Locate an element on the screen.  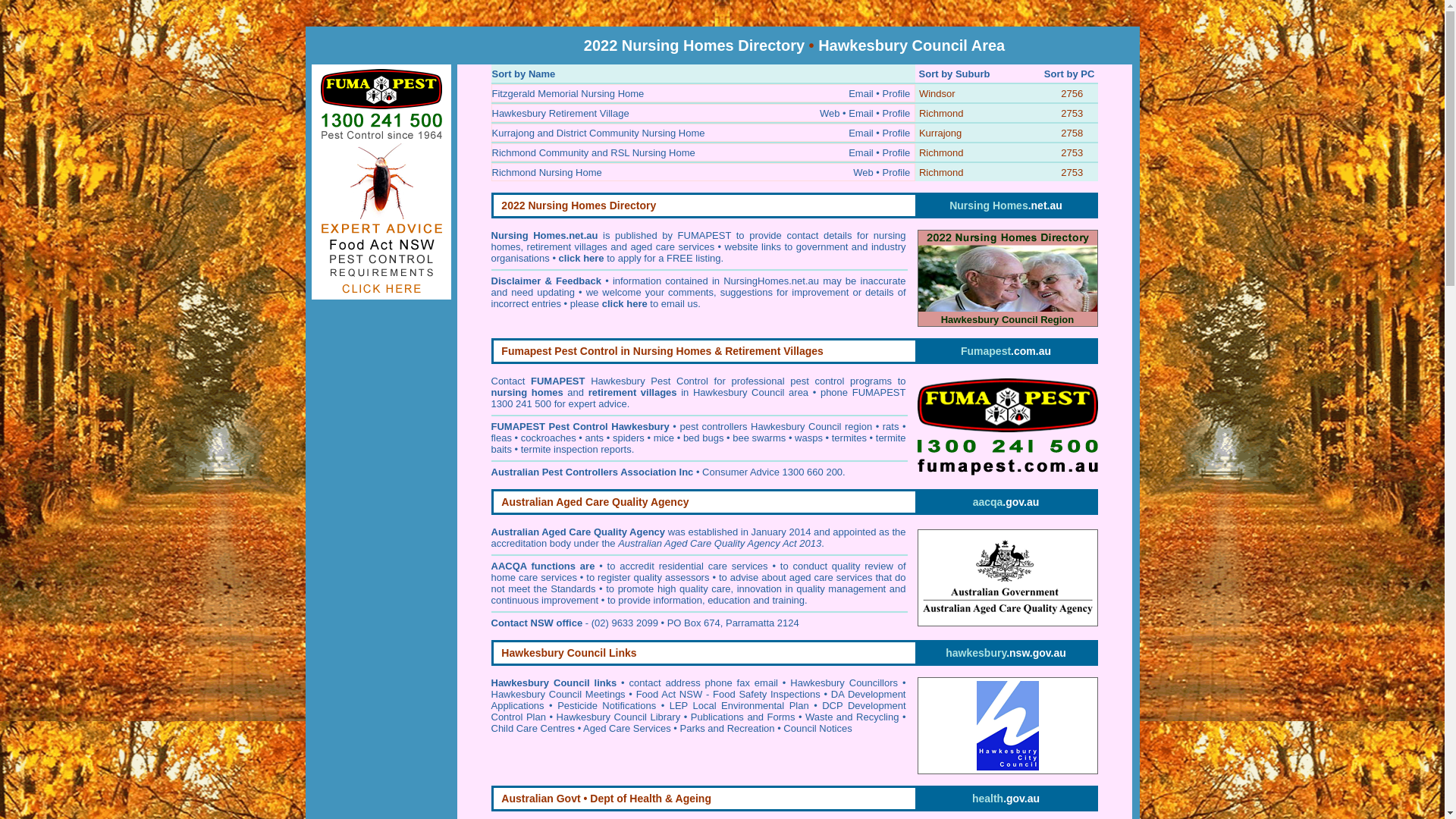
'health.gov.au' is located at coordinates (1006, 798).